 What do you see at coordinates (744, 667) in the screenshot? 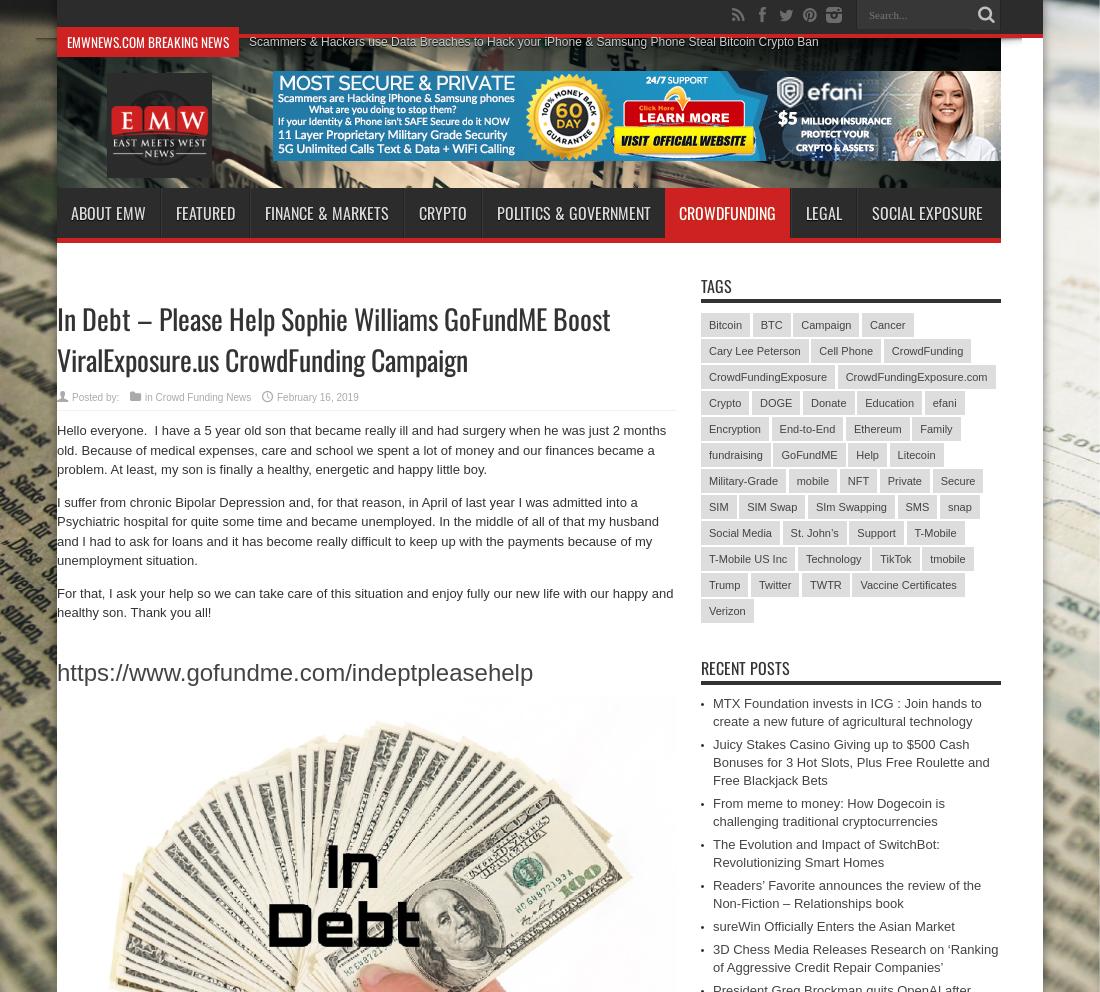
I see `'Recent Posts'` at bounding box center [744, 667].